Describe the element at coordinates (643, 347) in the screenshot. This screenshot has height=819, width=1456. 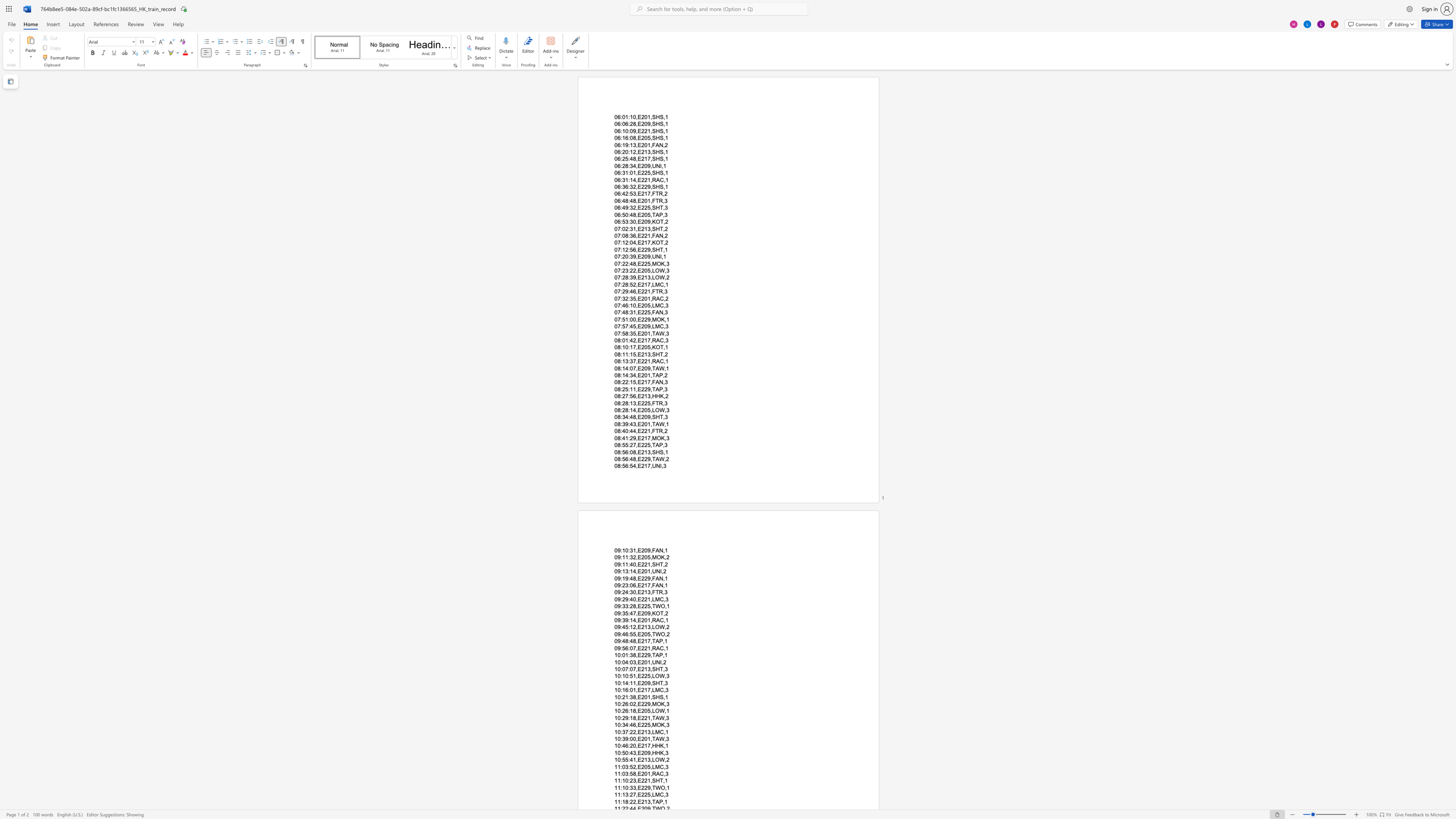
I see `the subset text "05,KO" within the text "08:10:17,E205,KOT,1"` at that location.